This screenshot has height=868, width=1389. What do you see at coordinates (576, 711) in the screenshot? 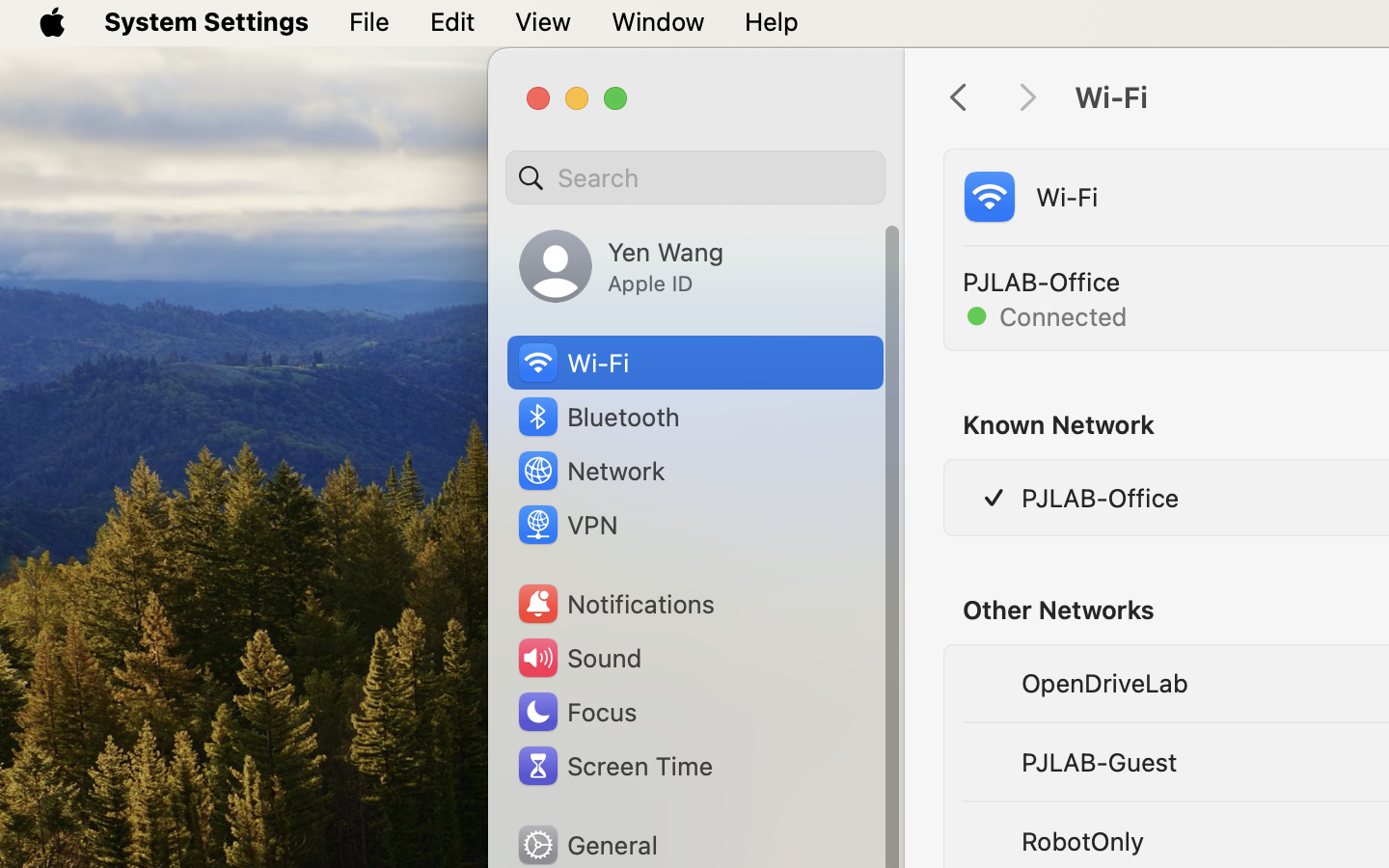
I see `'Focus'` at bounding box center [576, 711].